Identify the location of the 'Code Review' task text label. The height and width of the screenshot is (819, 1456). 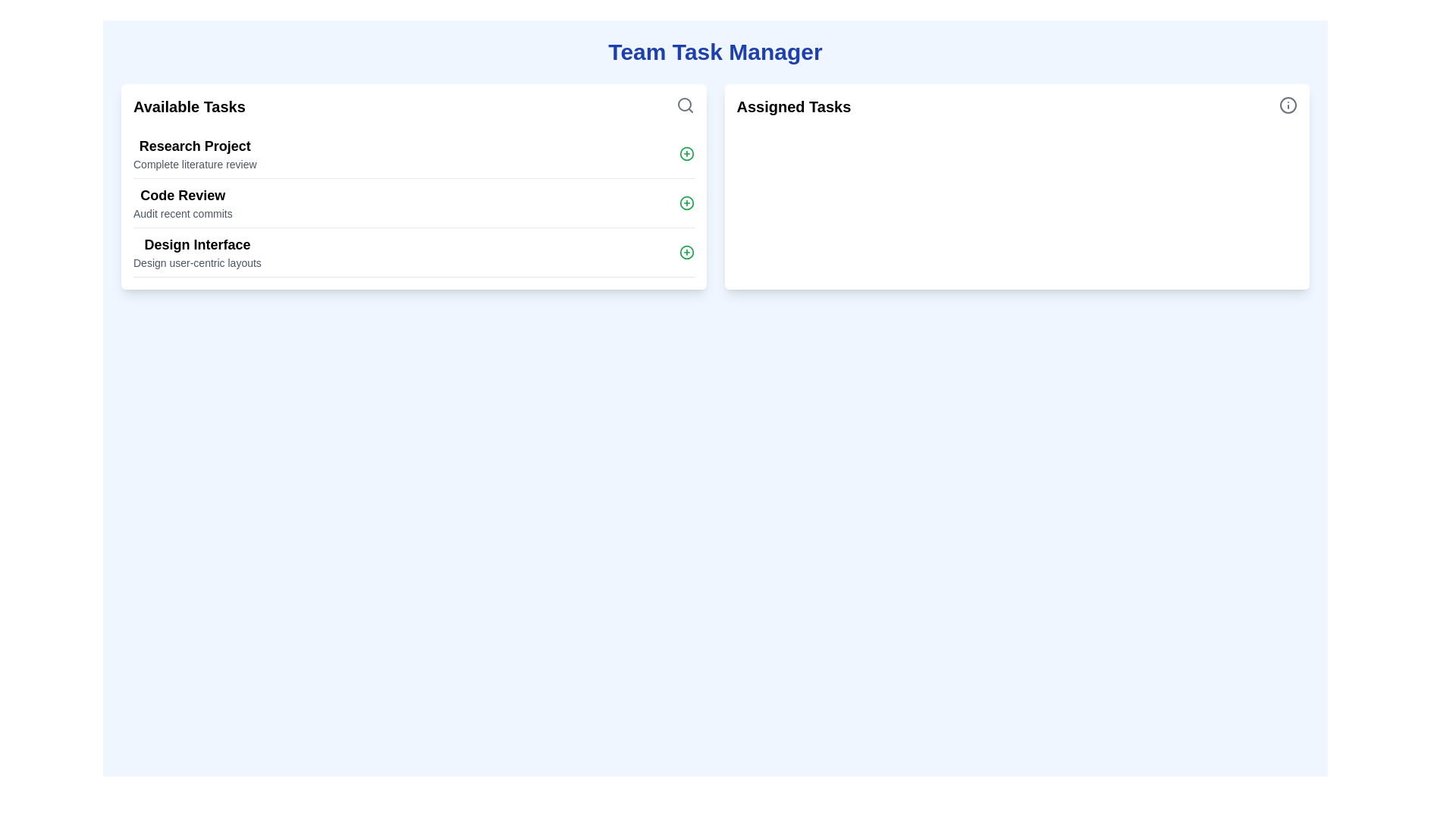
(182, 202).